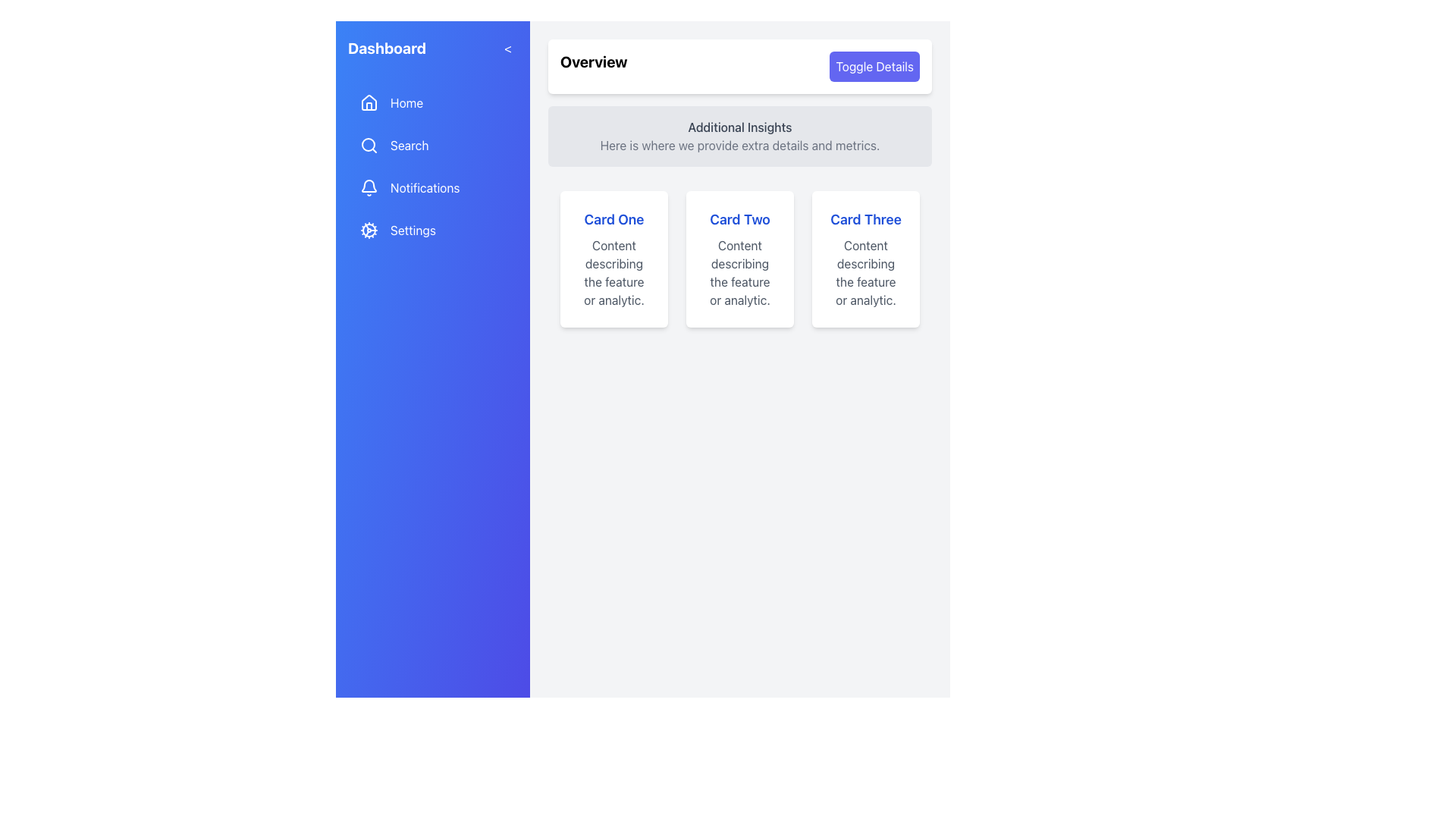  I want to click on the circular part of the search icon located in the vertical navigation menu on the left, so click(368, 145).